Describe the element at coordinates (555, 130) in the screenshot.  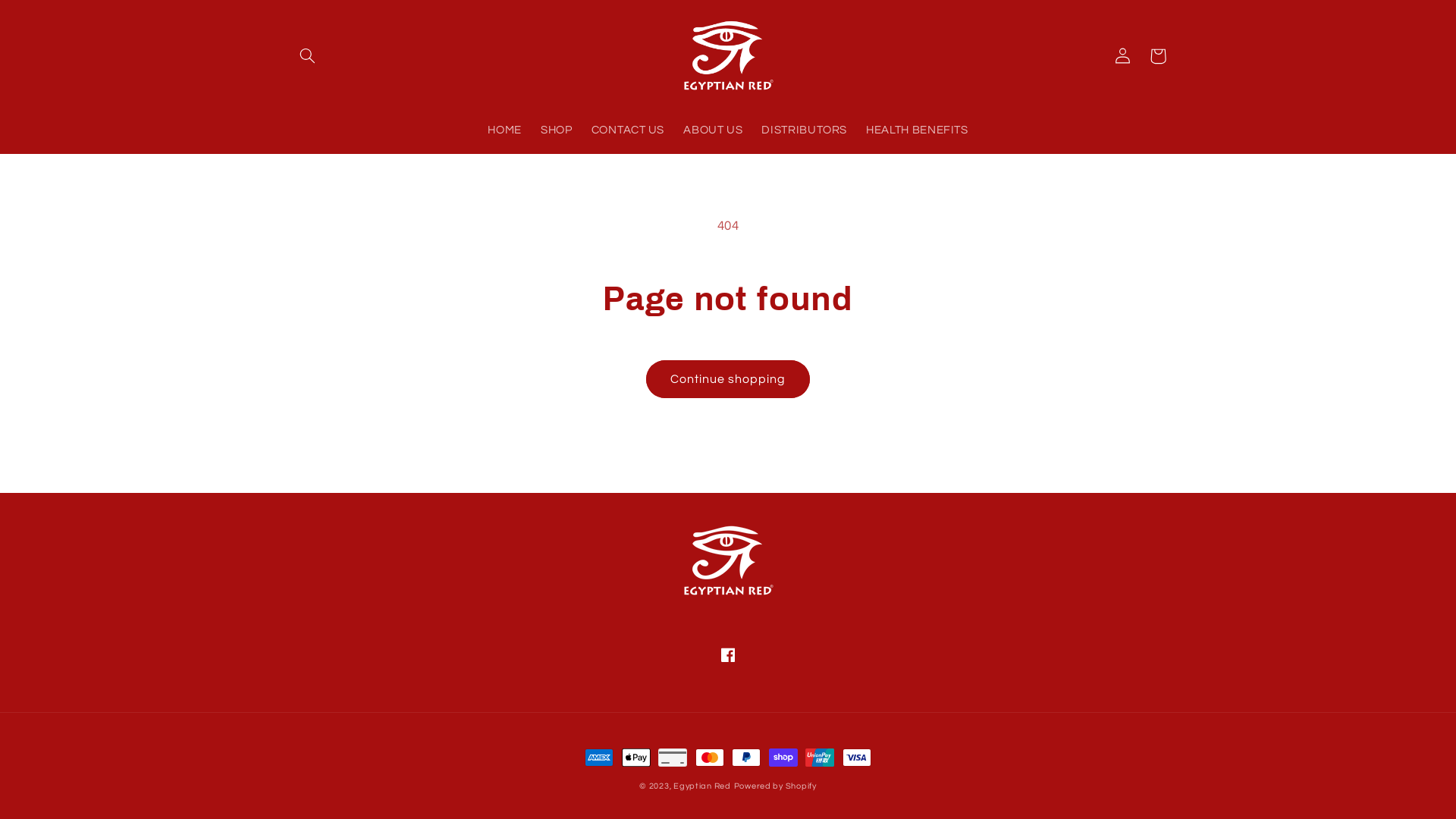
I see `'SHOP'` at that location.